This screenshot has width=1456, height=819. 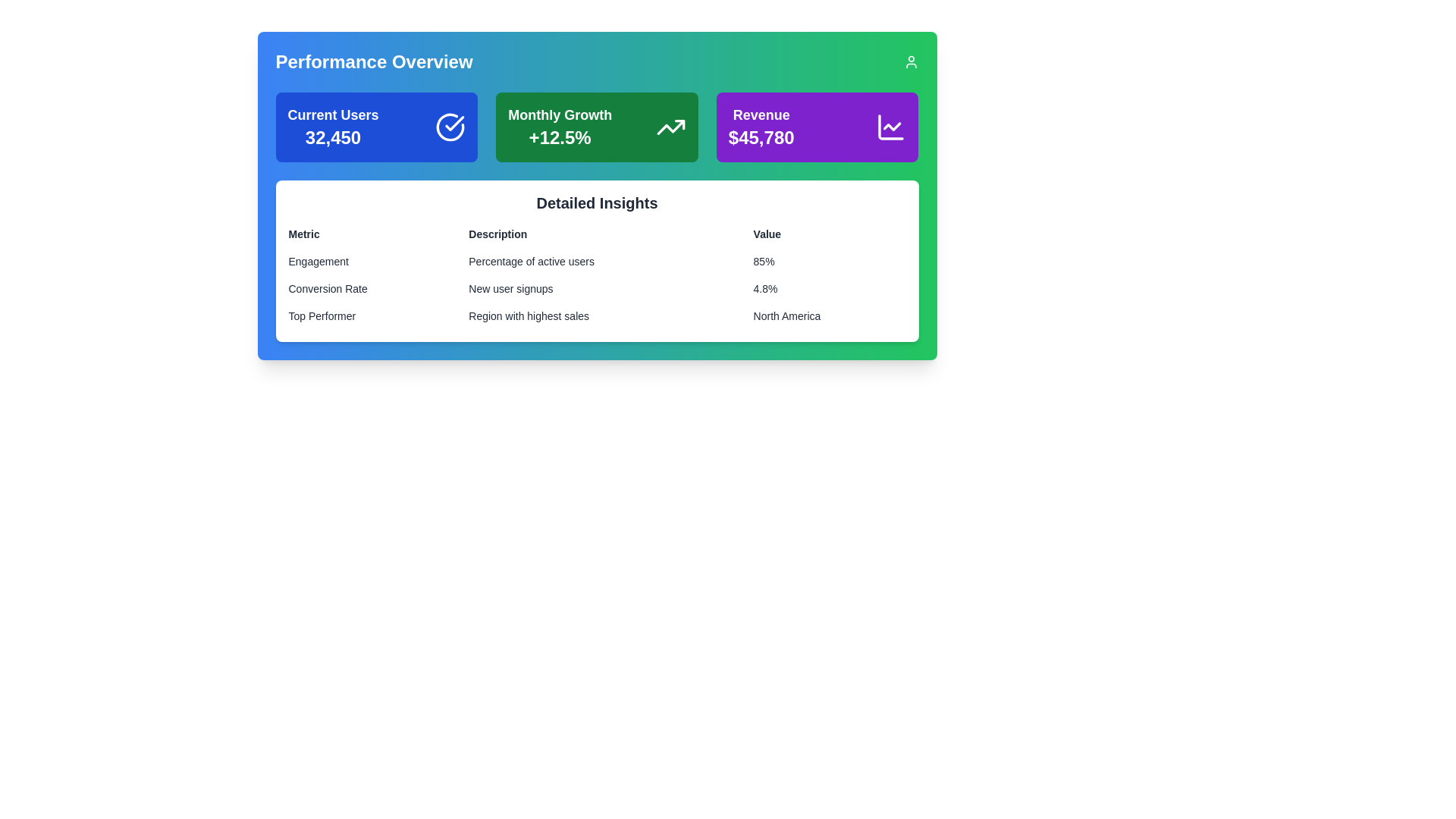 What do you see at coordinates (679, 124) in the screenshot?
I see `the small triangular graphic element that is part of the 'Monthly Growth' icon on the dashboard, located at the top-right part of the arrow graphic within the green card` at bounding box center [679, 124].